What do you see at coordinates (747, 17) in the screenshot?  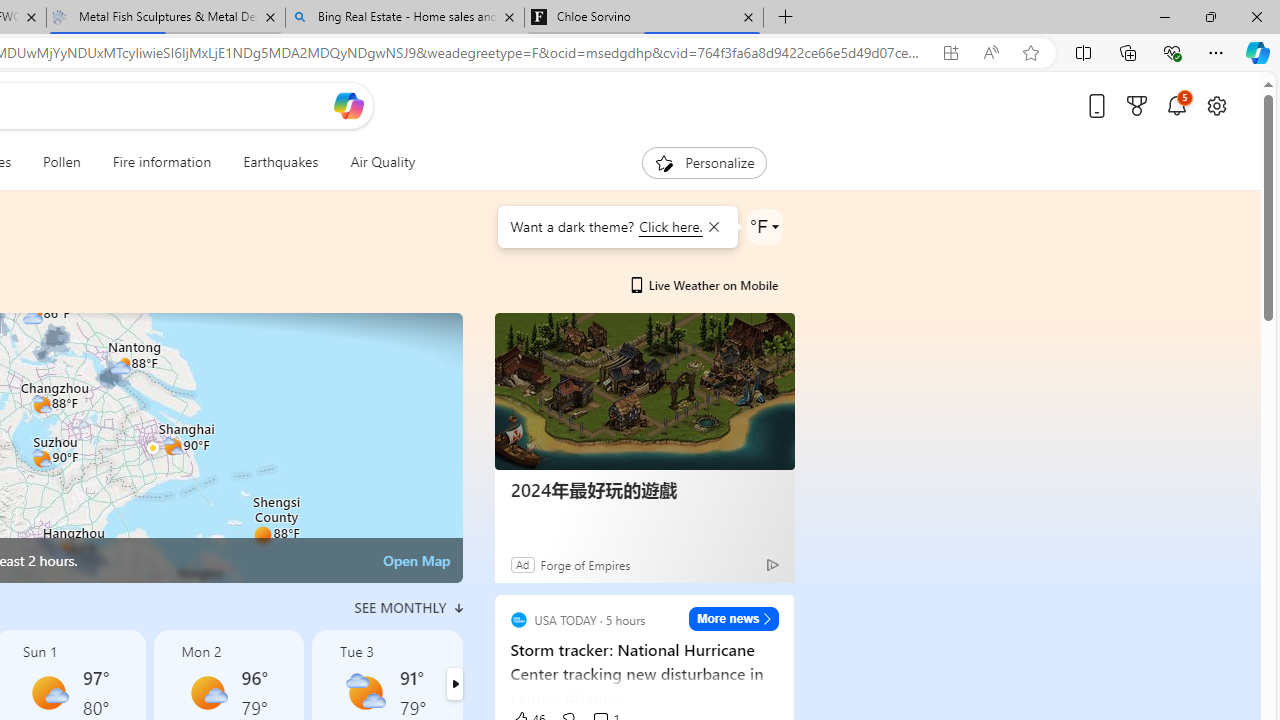 I see `'Close tab'` at bounding box center [747, 17].